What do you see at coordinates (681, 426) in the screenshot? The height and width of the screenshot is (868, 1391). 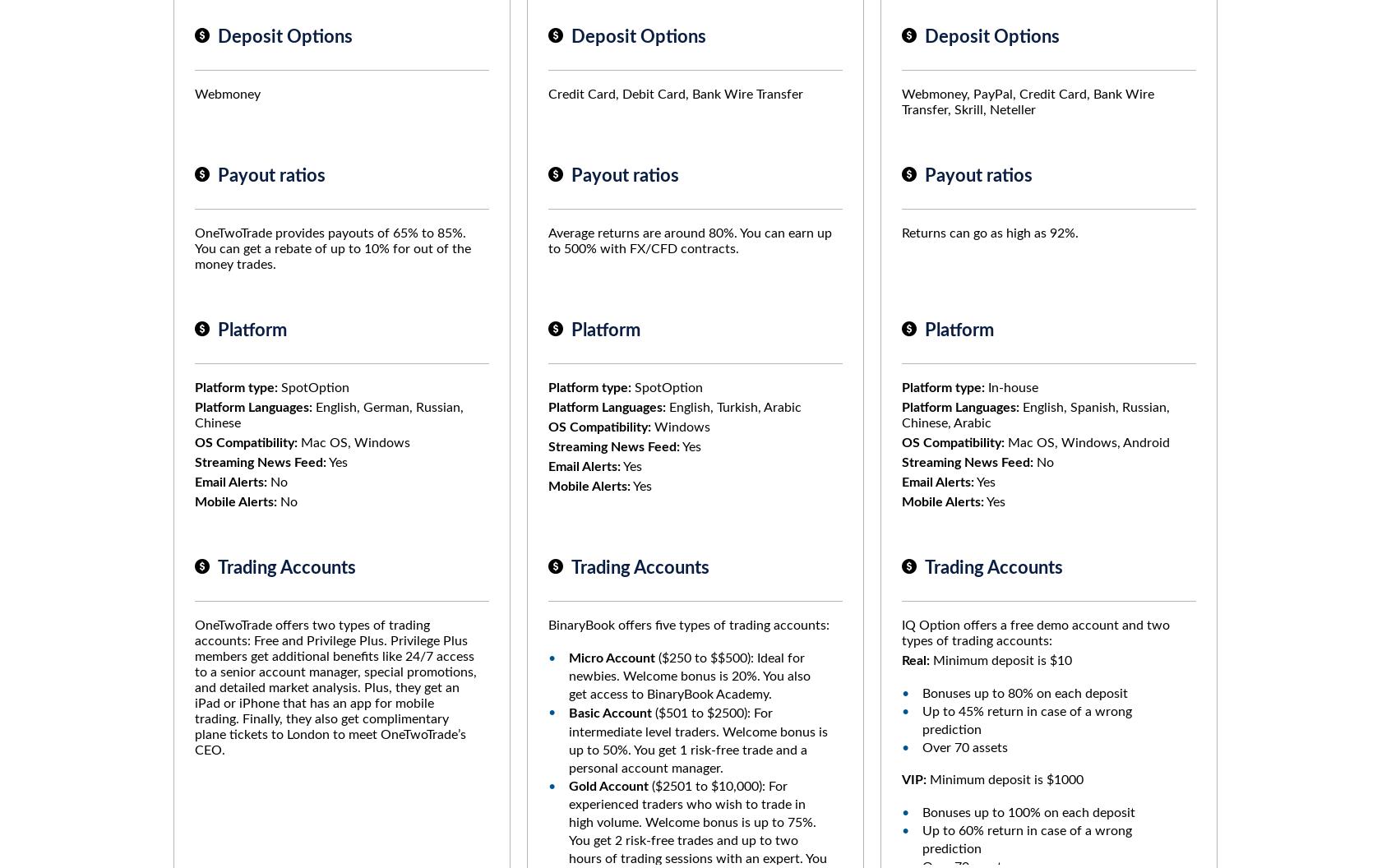 I see `'Windows'` at bounding box center [681, 426].